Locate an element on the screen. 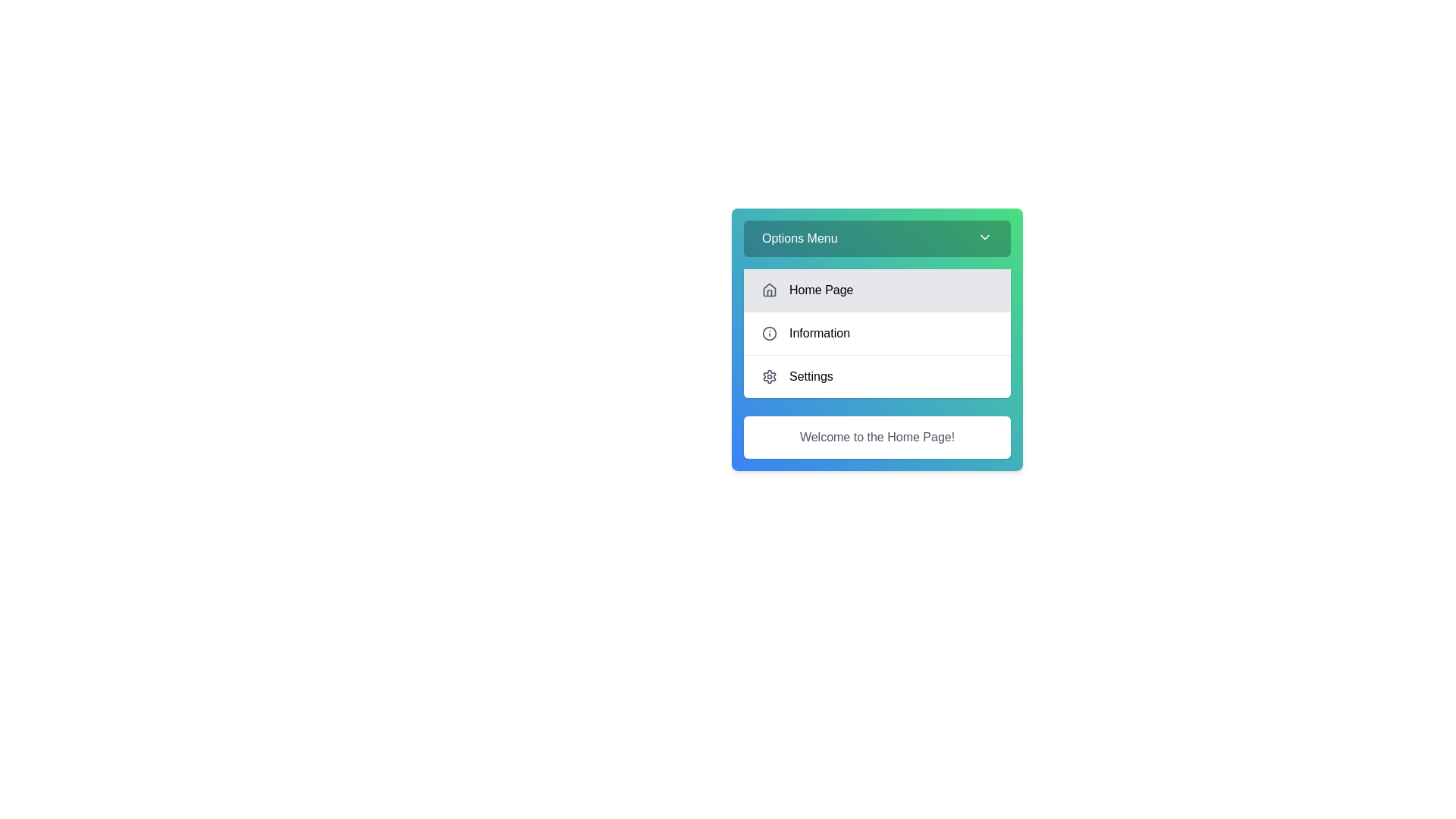  the decorative Circle SVG component located near the center of its larger icon structure is located at coordinates (769, 332).